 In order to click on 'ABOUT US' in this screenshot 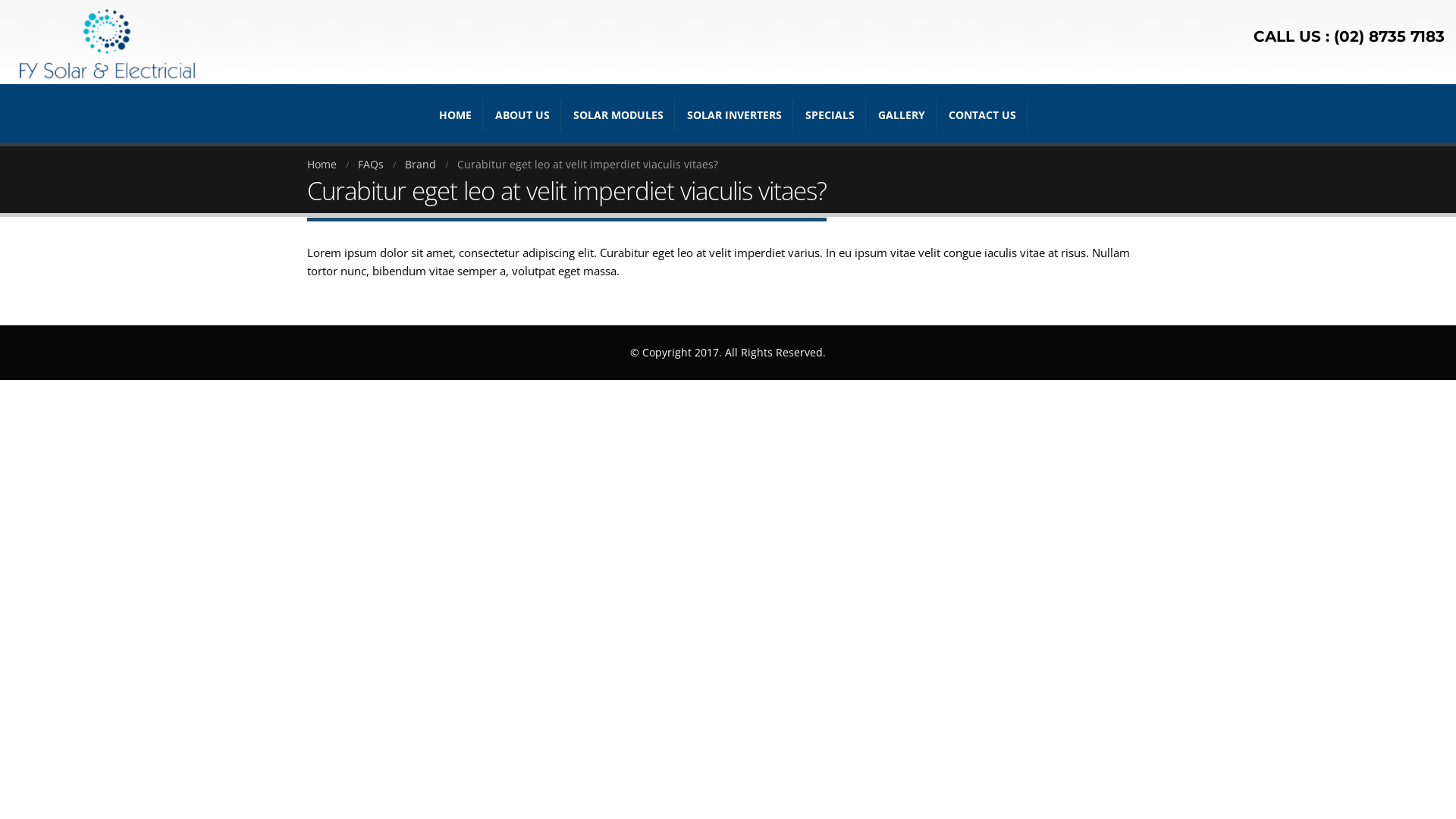, I will do `click(483, 114)`.